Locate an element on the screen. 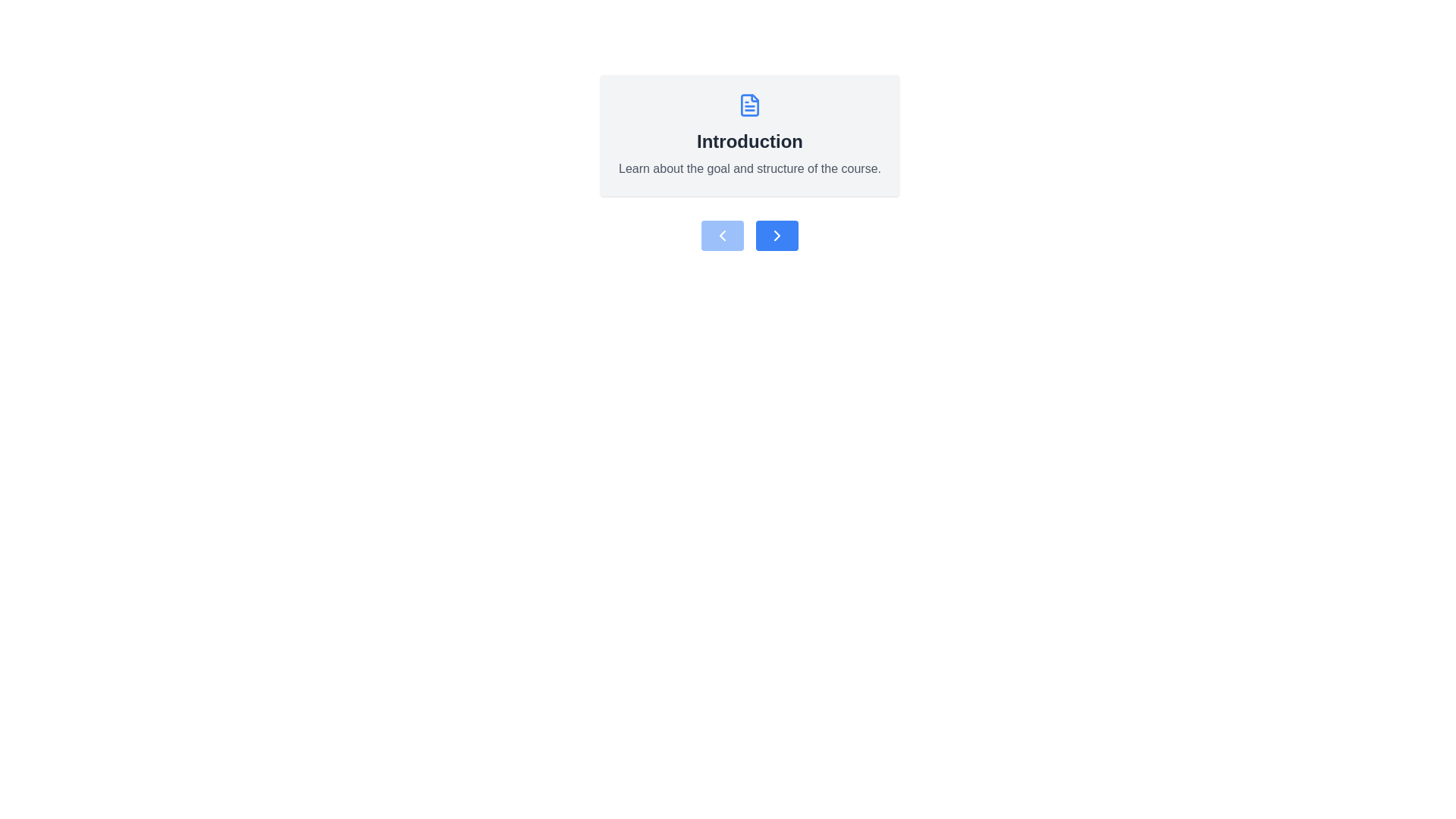 The width and height of the screenshot is (1456, 819). the main rectangular body of the document icon, which is styled in blue and white, located centrally above the 'Introduction' text is located at coordinates (749, 104).